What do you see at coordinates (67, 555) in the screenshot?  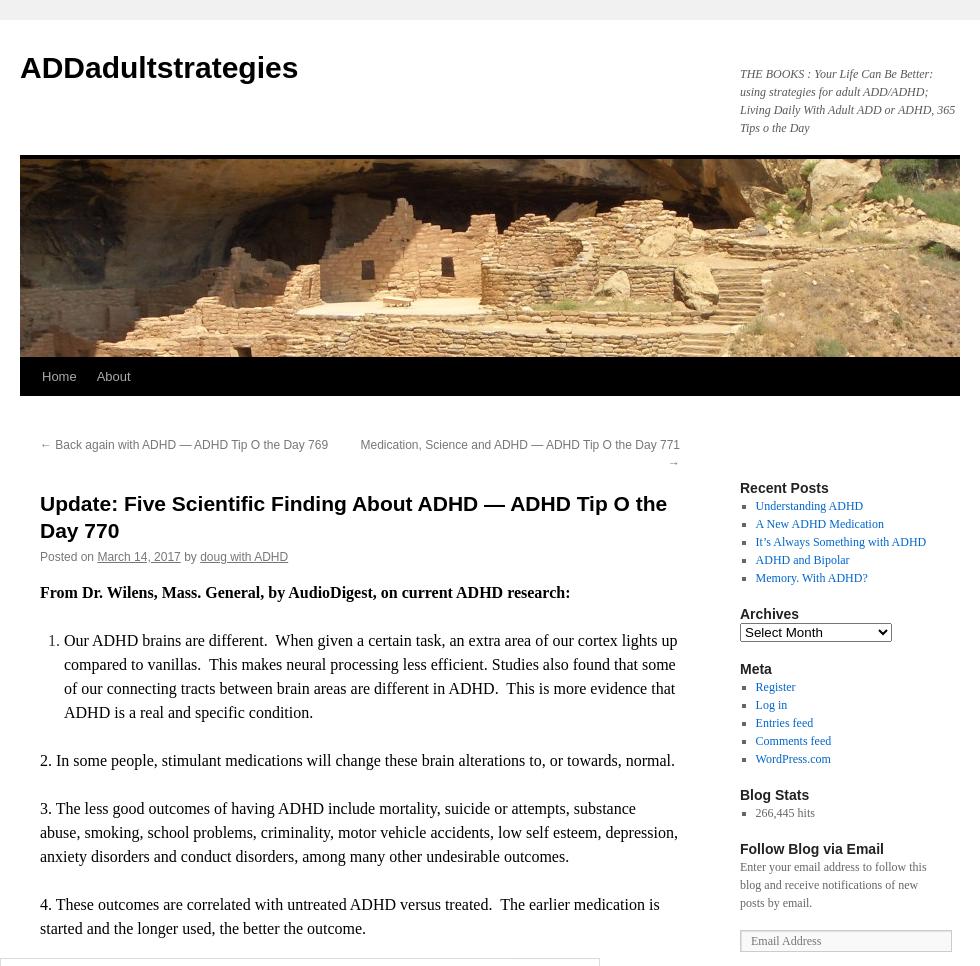 I see `'Posted on'` at bounding box center [67, 555].